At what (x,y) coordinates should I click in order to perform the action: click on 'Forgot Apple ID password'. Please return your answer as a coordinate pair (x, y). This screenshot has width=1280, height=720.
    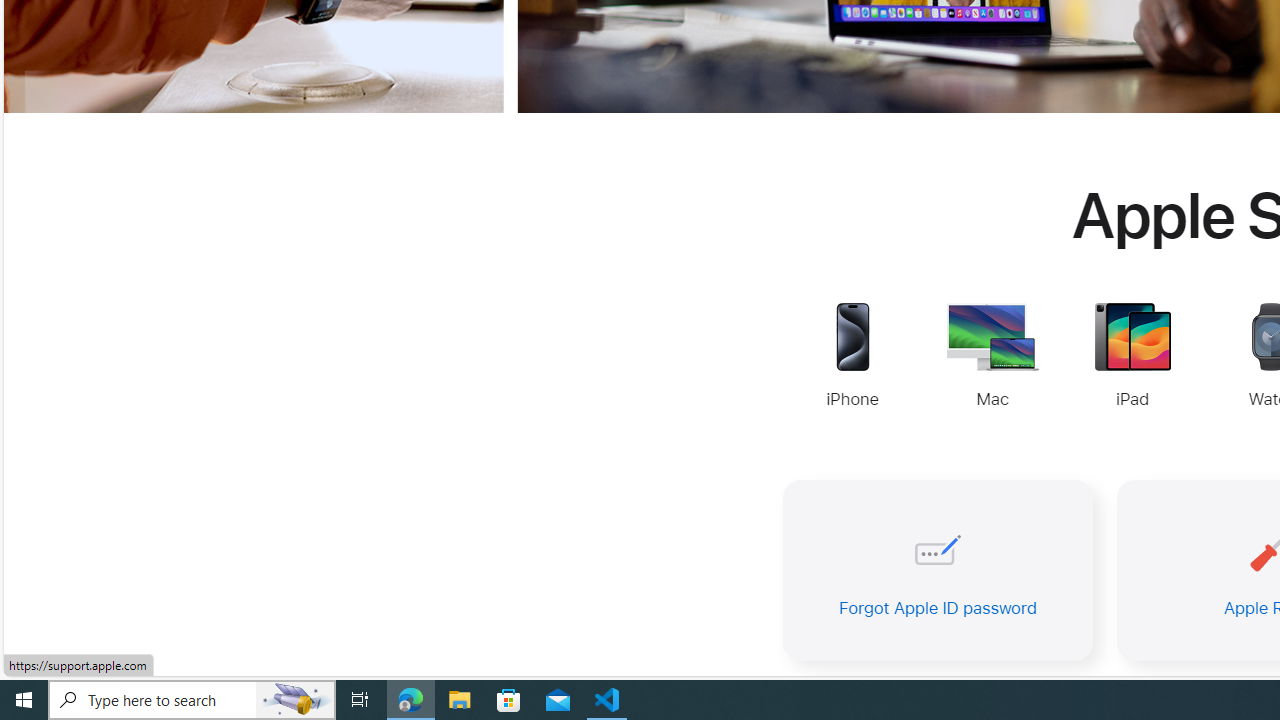
    Looking at the image, I should click on (937, 570).